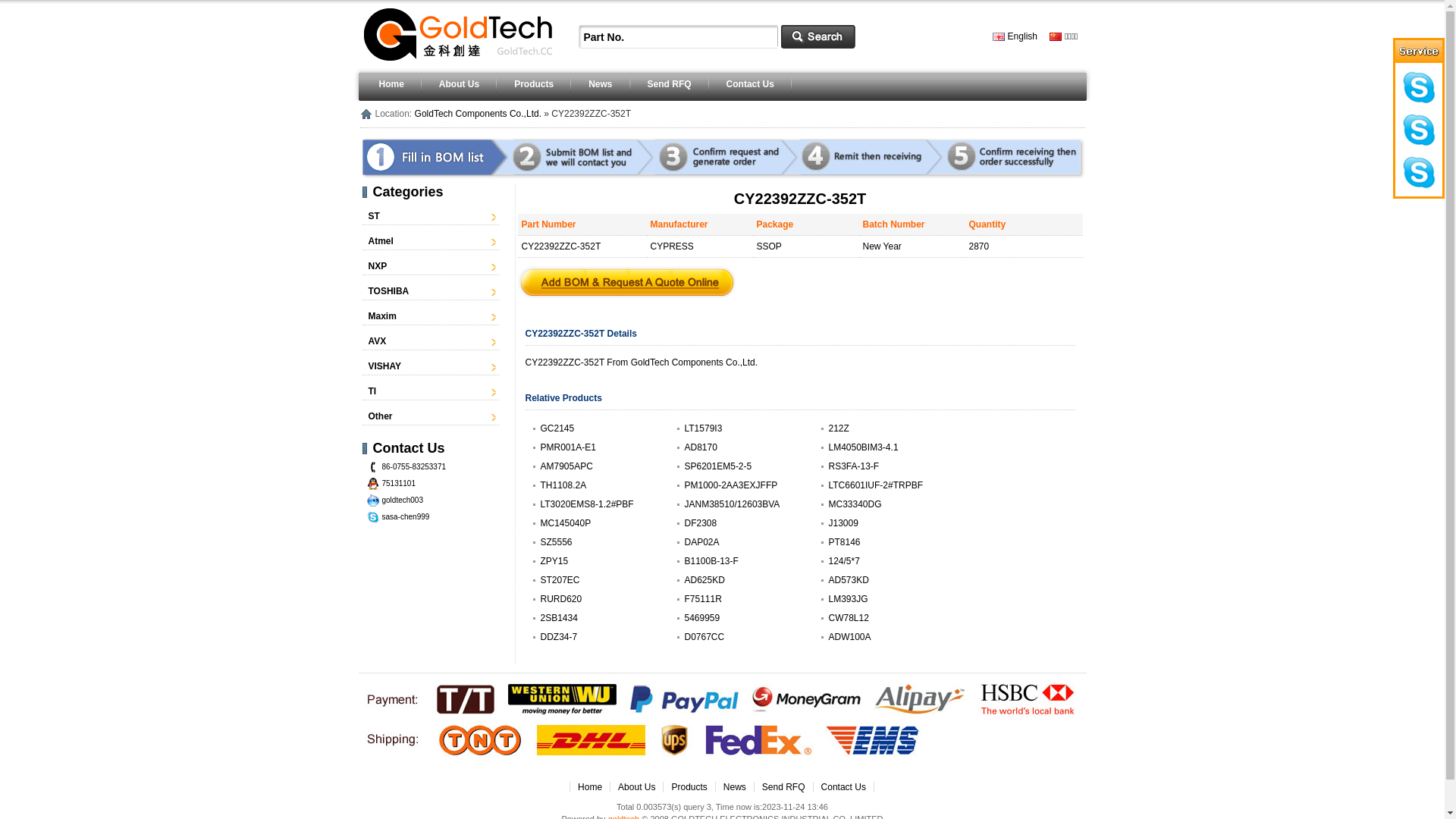 The image size is (1456, 819). Describe the element at coordinates (378, 341) in the screenshot. I see `'AVX'` at that location.